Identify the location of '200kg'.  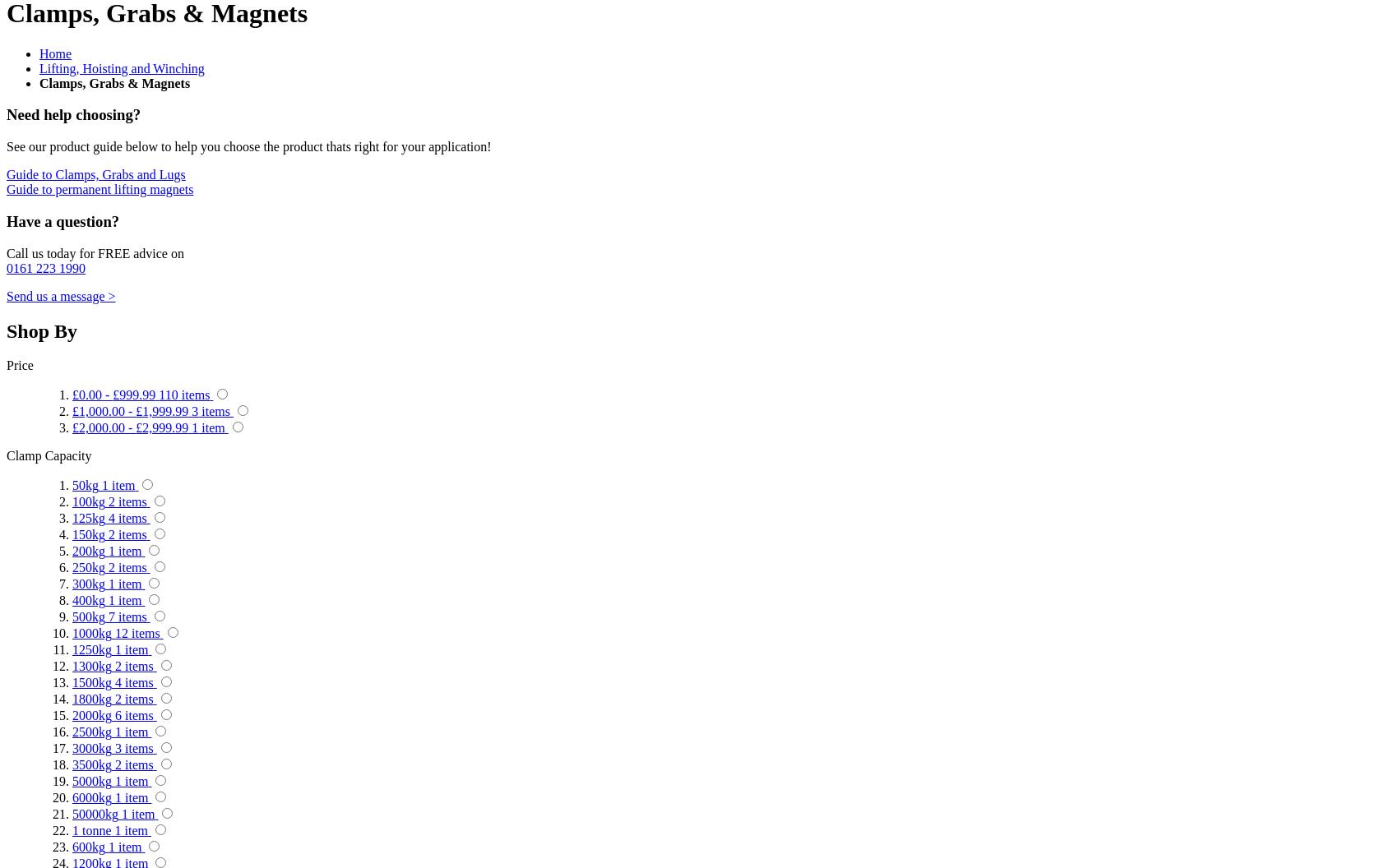
(87, 551).